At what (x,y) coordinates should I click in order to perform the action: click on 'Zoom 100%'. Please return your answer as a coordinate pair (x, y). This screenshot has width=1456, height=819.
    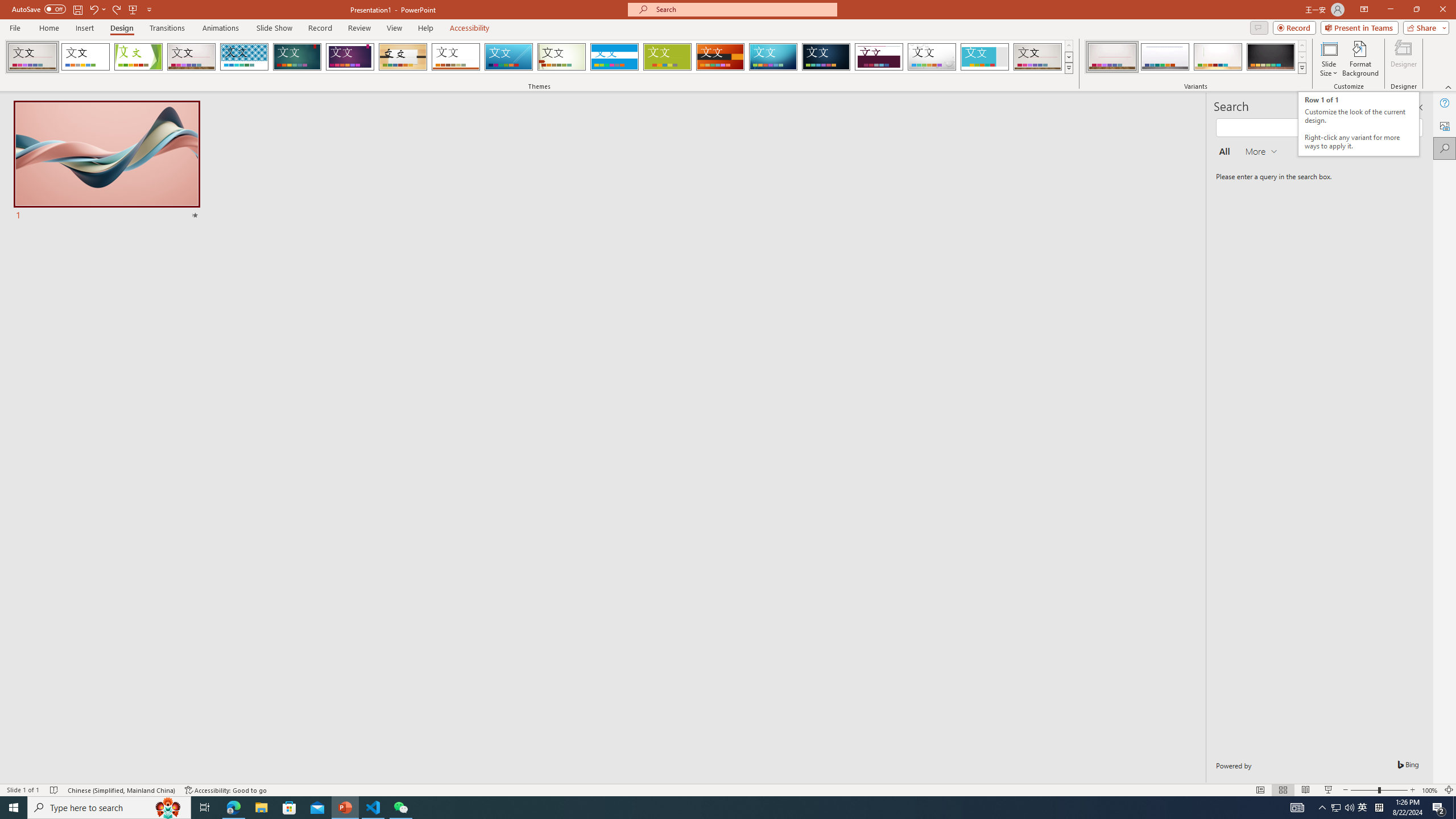
    Looking at the image, I should click on (1430, 790).